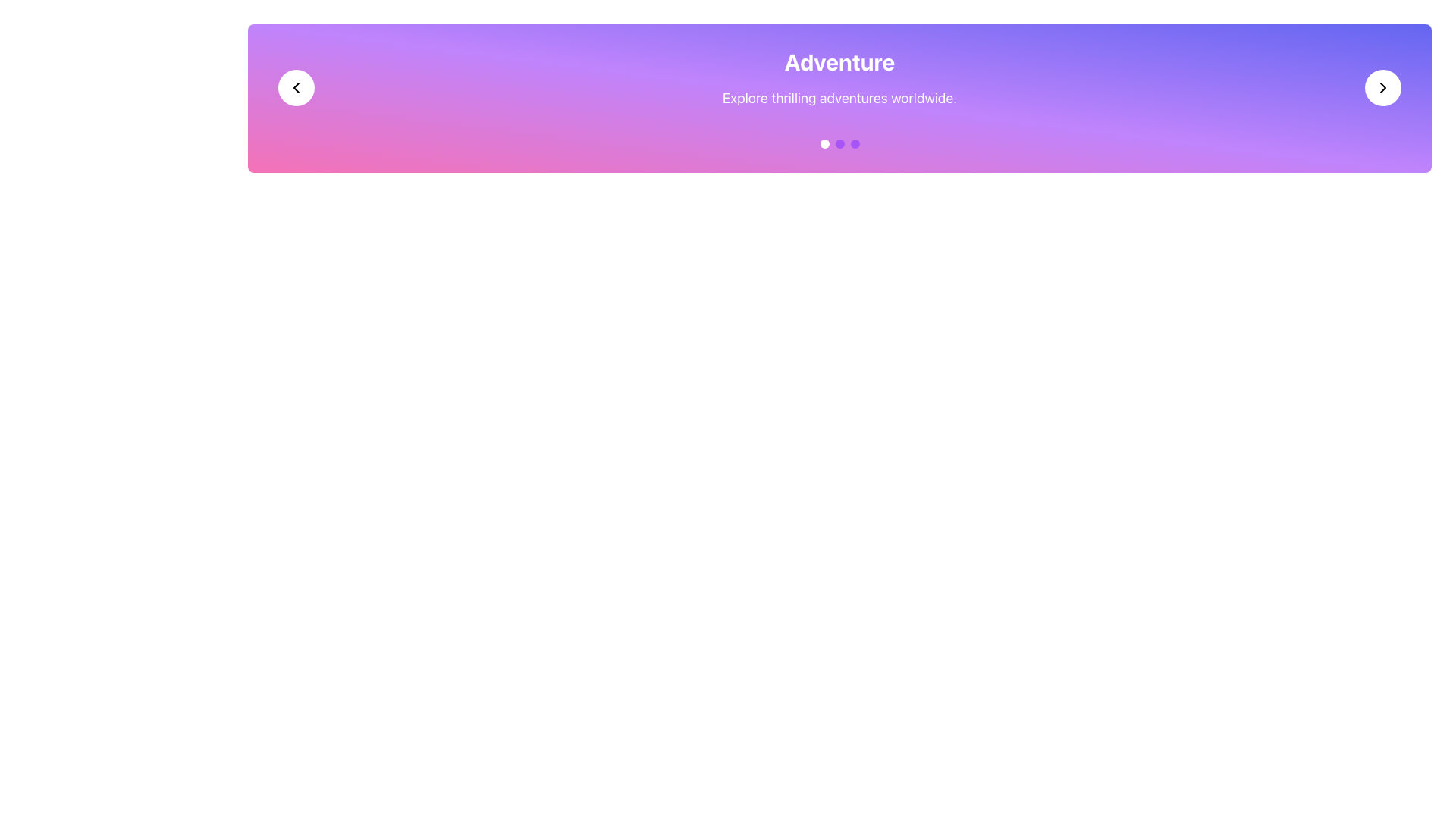  What do you see at coordinates (824, 143) in the screenshot?
I see `the first circular Navigation Indicator, which is a small white dot located below the 'Adventure' title` at bounding box center [824, 143].